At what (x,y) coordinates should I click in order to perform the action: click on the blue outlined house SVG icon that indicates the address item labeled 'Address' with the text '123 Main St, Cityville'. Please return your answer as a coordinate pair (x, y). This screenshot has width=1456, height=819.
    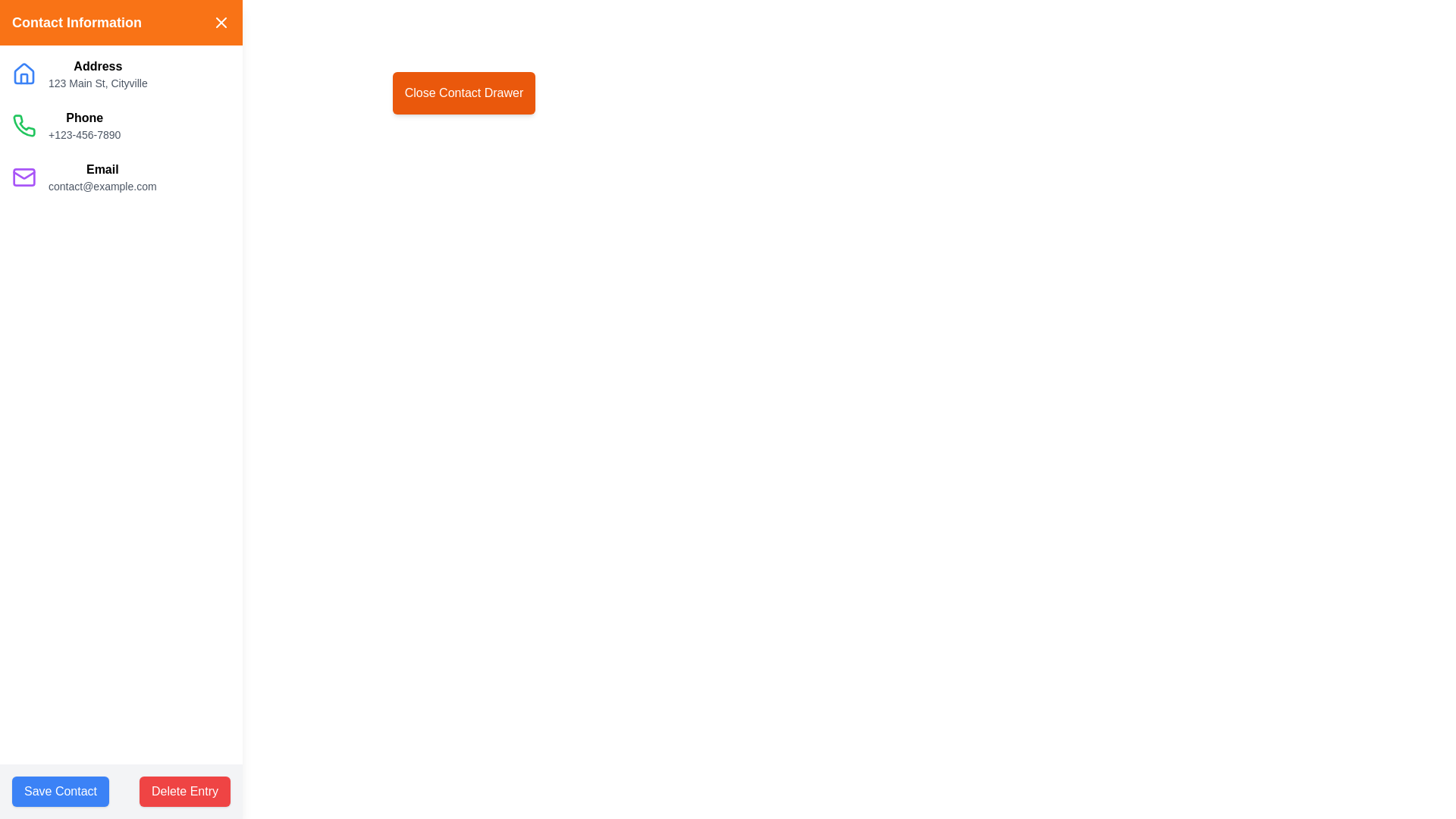
    Looking at the image, I should click on (24, 74).